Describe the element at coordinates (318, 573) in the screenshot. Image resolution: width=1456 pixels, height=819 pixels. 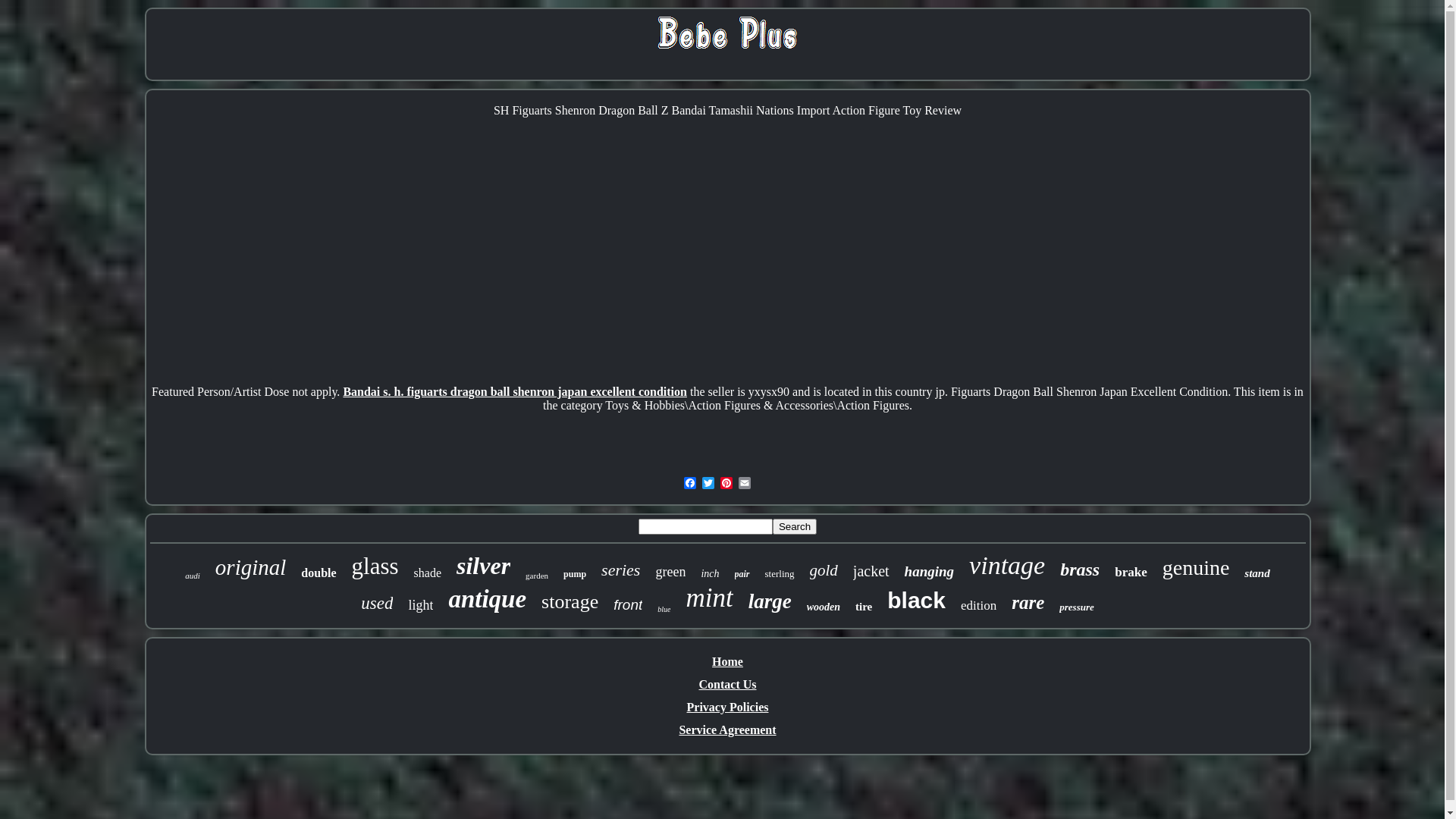
I see `'double'` at that location.